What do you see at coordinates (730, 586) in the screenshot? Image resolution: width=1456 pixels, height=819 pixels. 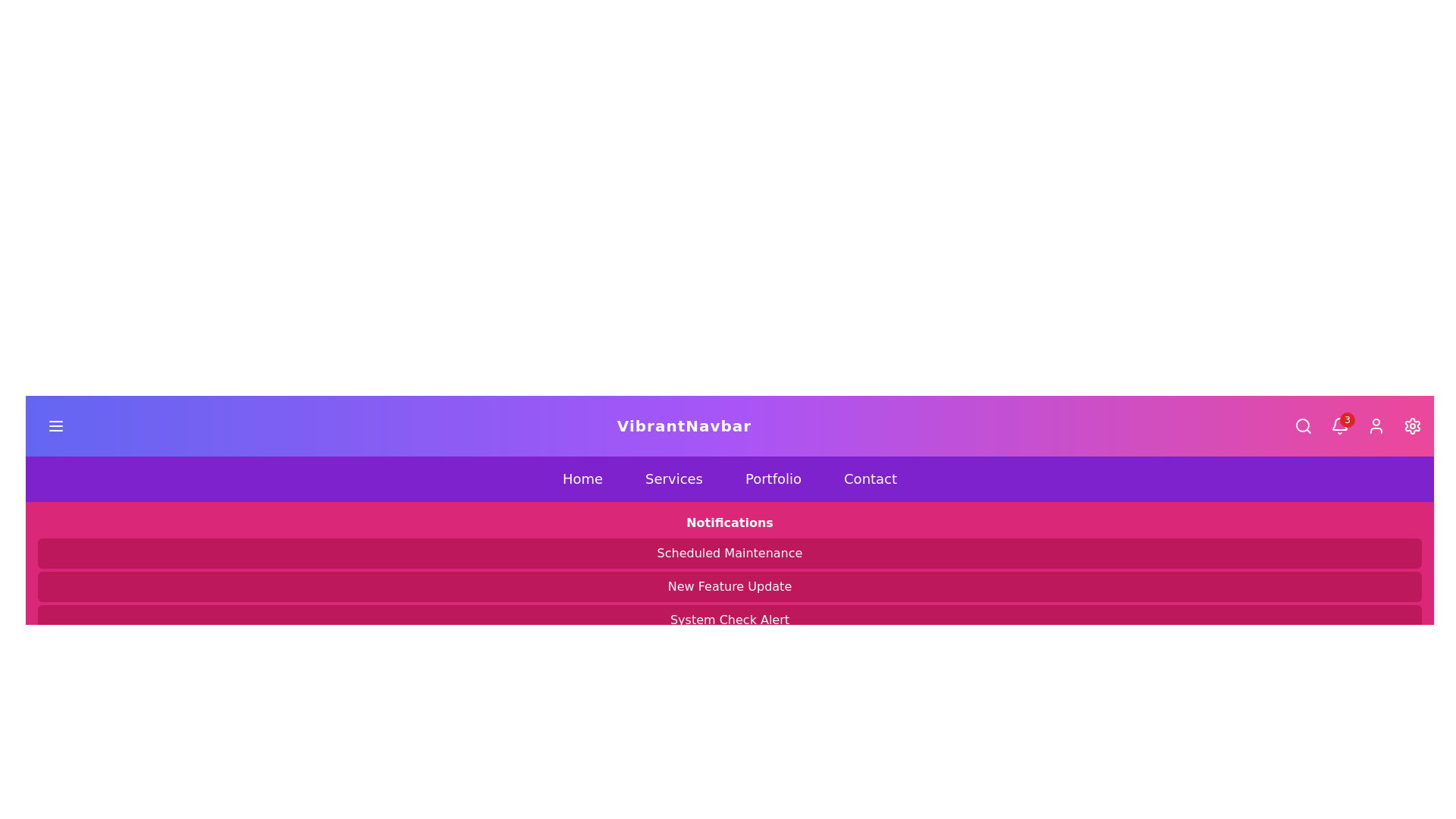 I see `the text label or notification banner with a pink background displaying 'New Feature Update', located under the 'Notifications' heading and between 'Scheduled Maintenance' and 'System Check Alert'` at bounding box center [730, 586].